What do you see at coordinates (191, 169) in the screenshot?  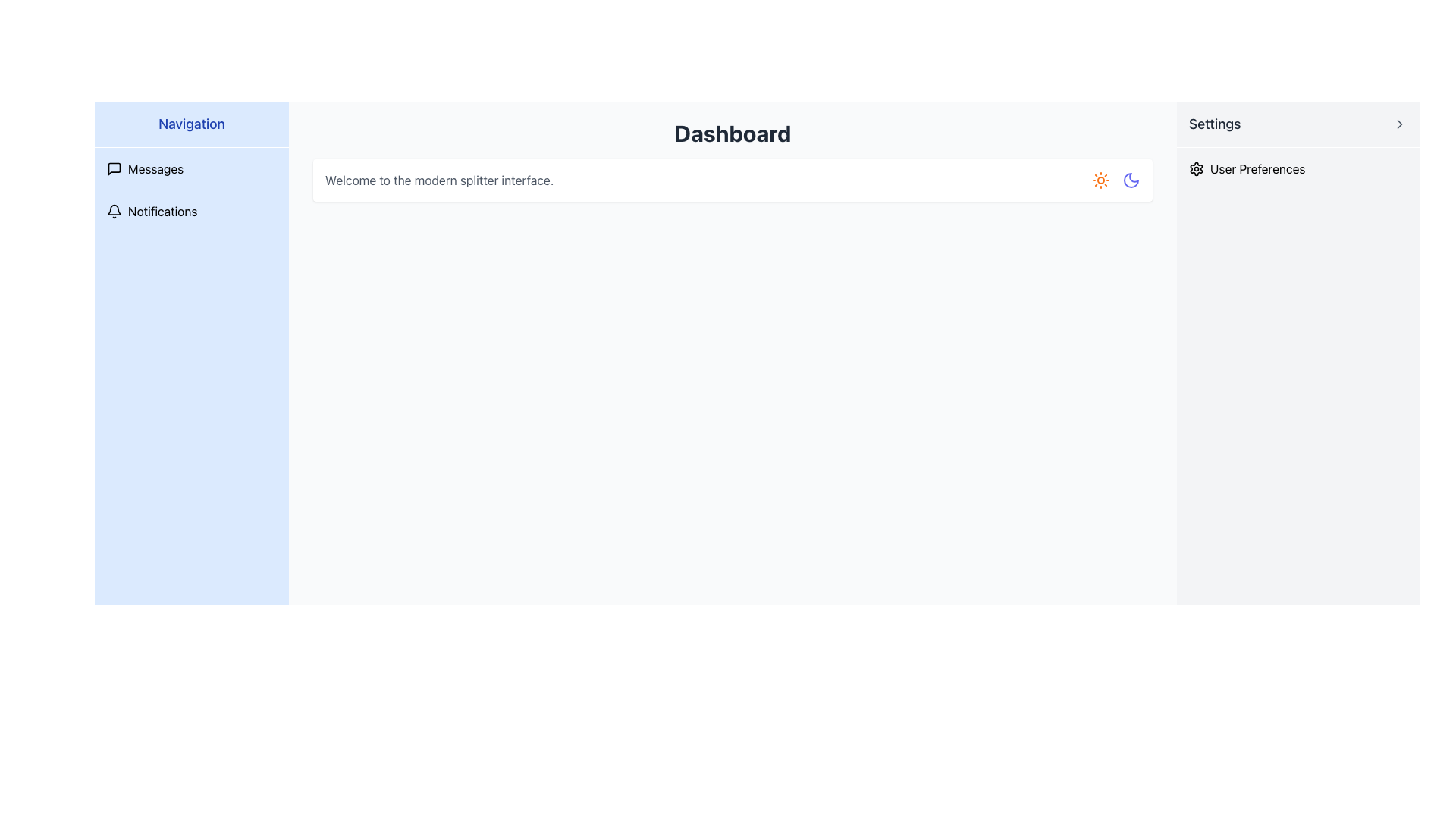 I see `the first Navigation Menu Item in the left-aligned sidebar` at bounding box center [191, 169].